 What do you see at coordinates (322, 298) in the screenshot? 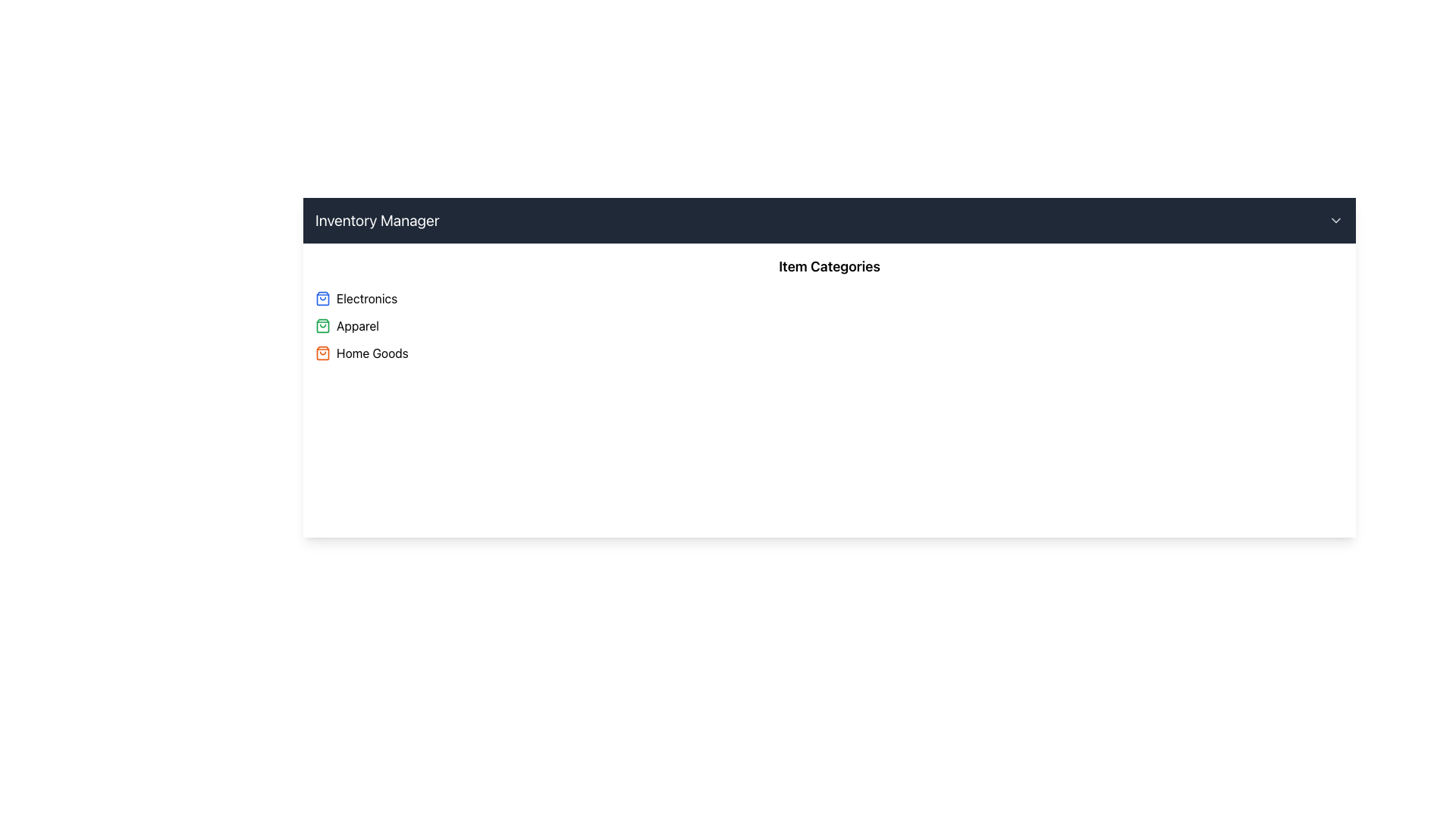
I see `the 'Electronics' category icon, which is the first visual item in the row labeled 'Electronics' within the 'Item Categories' section` at bounding box center [322, 298].